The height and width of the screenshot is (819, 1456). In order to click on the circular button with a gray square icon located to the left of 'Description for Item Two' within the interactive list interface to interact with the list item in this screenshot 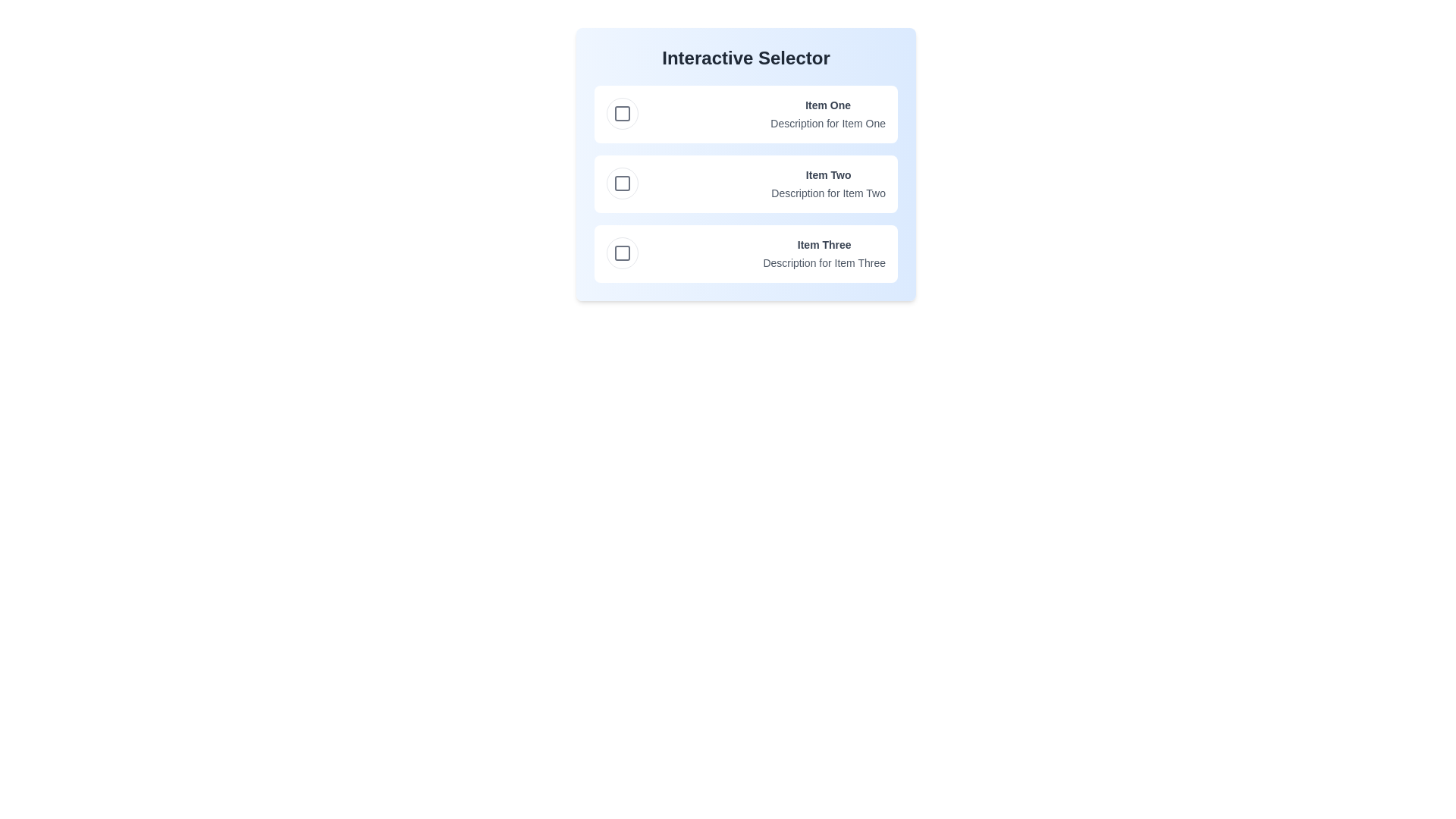, I will do `click(622, 183)`.